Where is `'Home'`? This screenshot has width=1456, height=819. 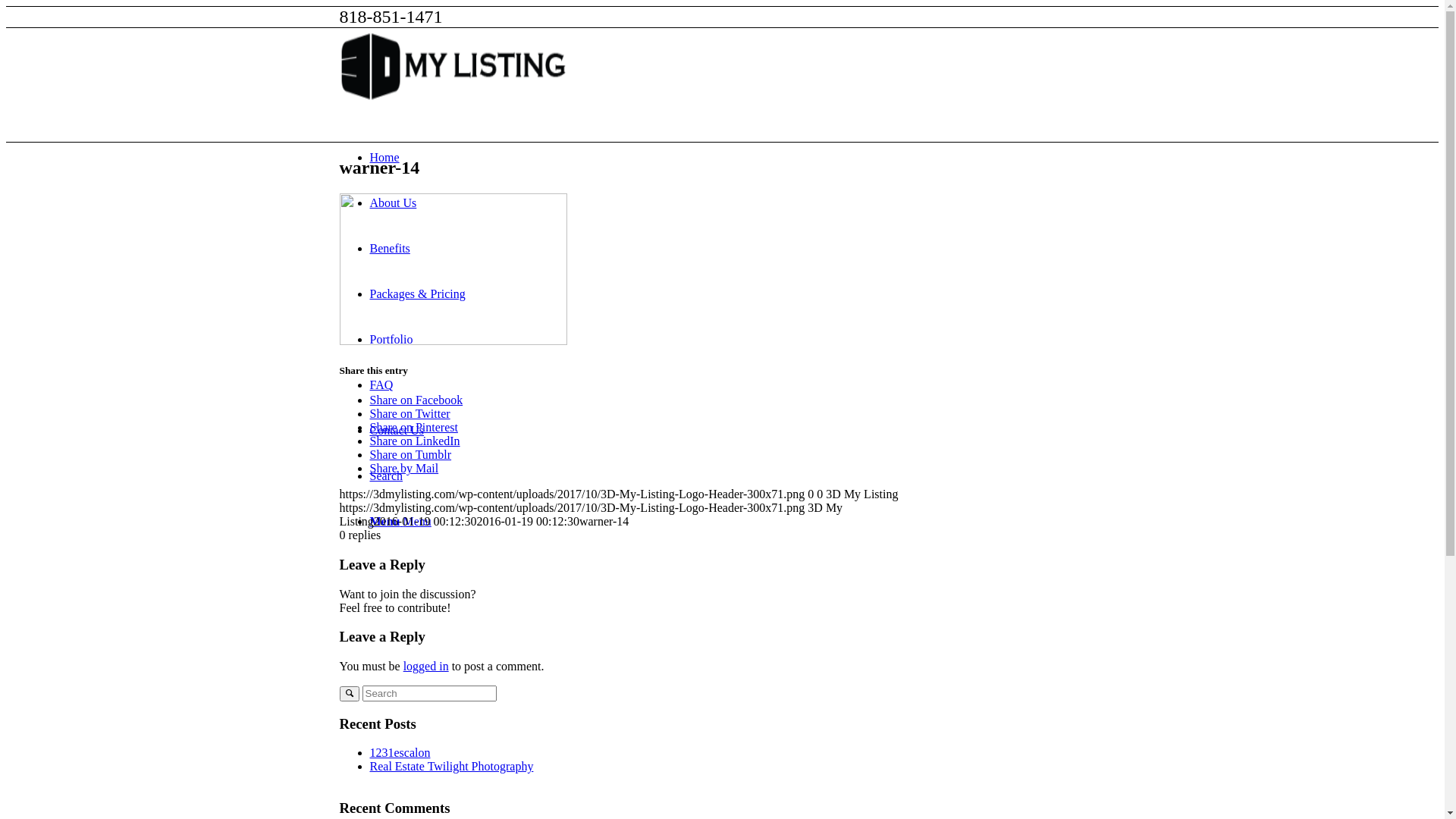 'Home' is located at coordinates (384, 157).